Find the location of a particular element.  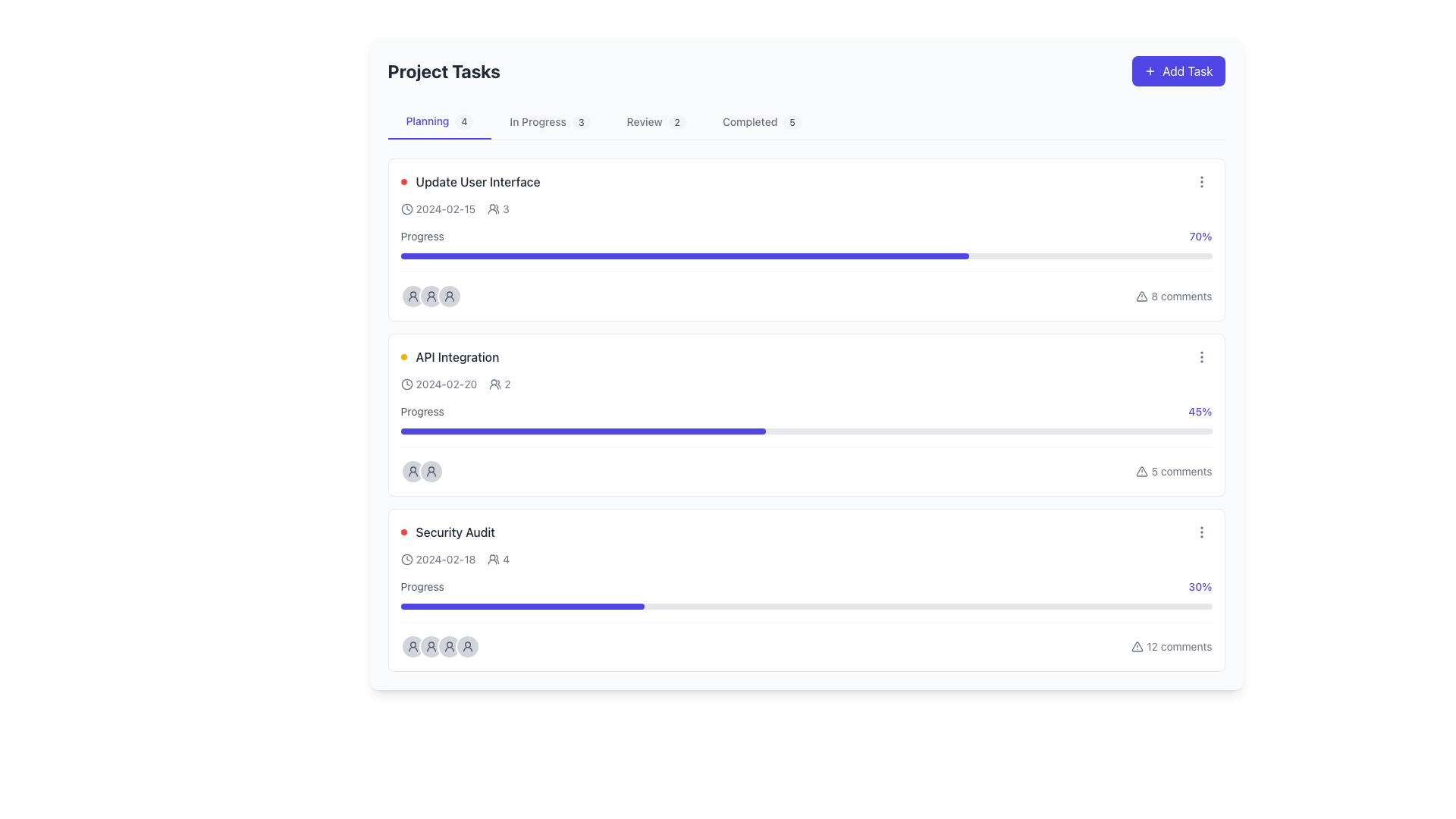

the vertical ellipsis button with three small dots in the top-right corner of the 'API Integration' section is located at coordinates (1200, 356).